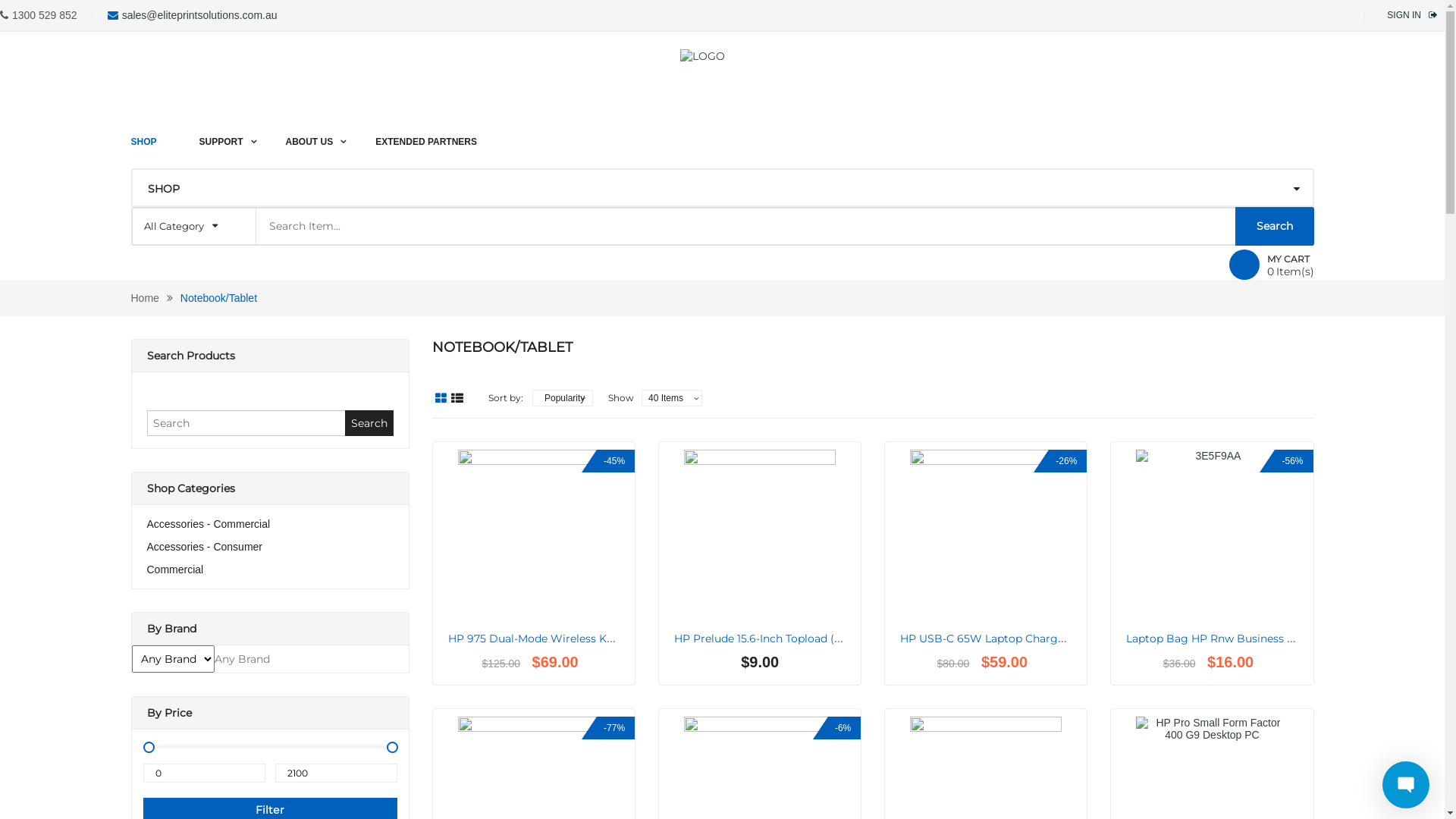  What do you see at coordinates (642, 397) in the screenshot?
I see `'40 Items'` at bounding box center [642, 397].